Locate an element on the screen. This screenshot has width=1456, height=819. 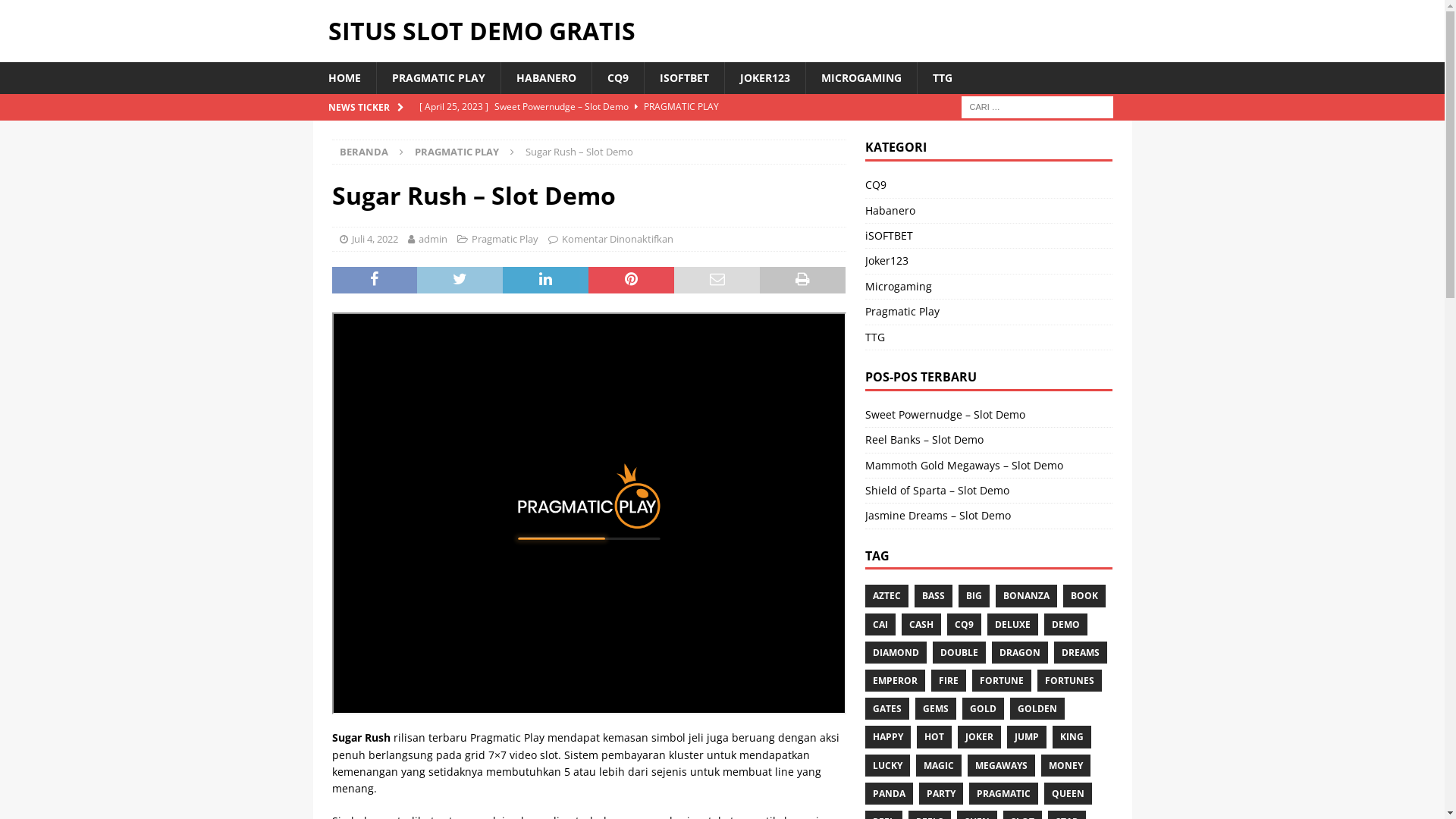
'CQ9' is located at coordinates (989, 186).